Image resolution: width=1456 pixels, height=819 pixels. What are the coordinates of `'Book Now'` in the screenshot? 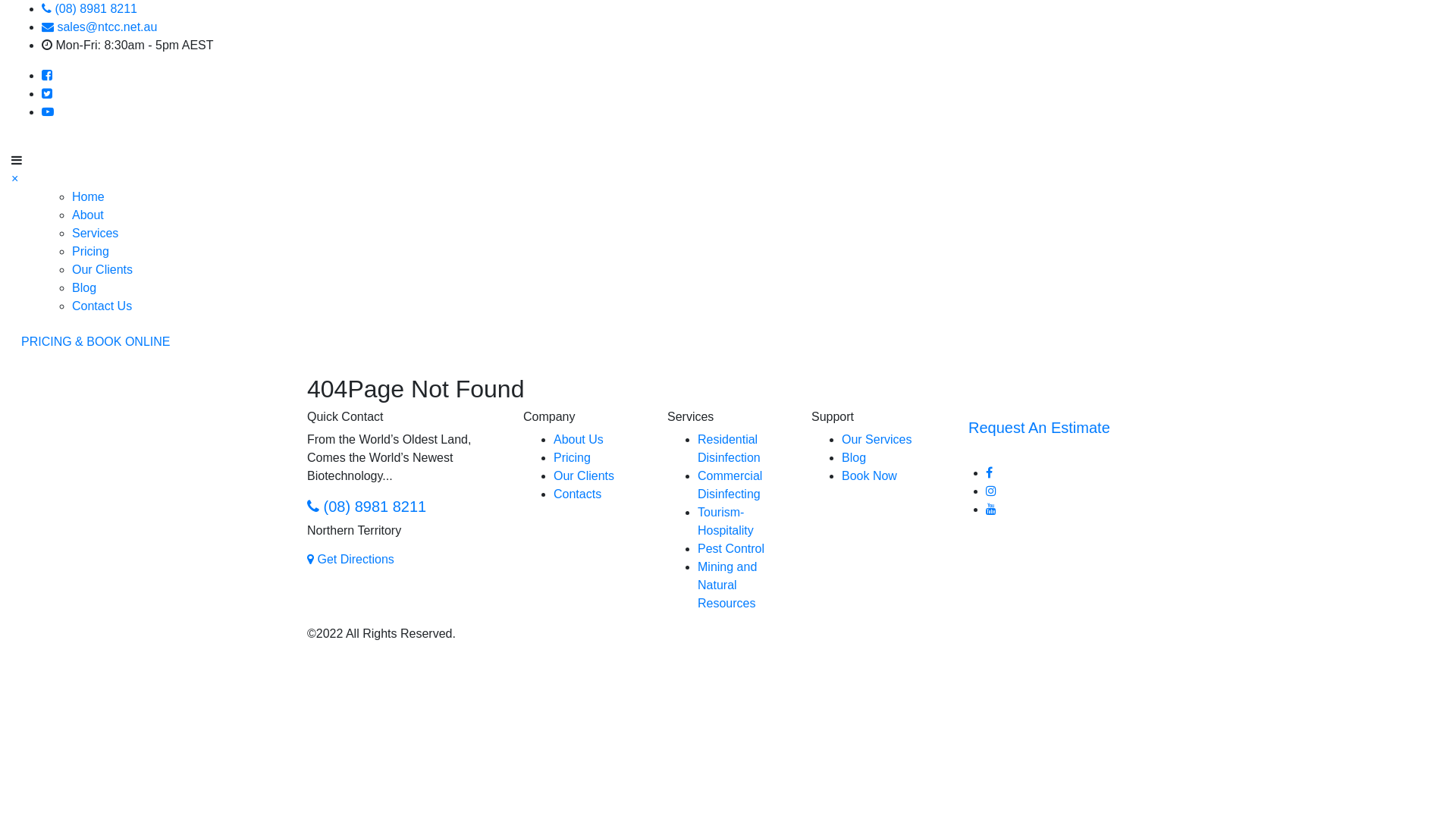 It's located at (869, 475).